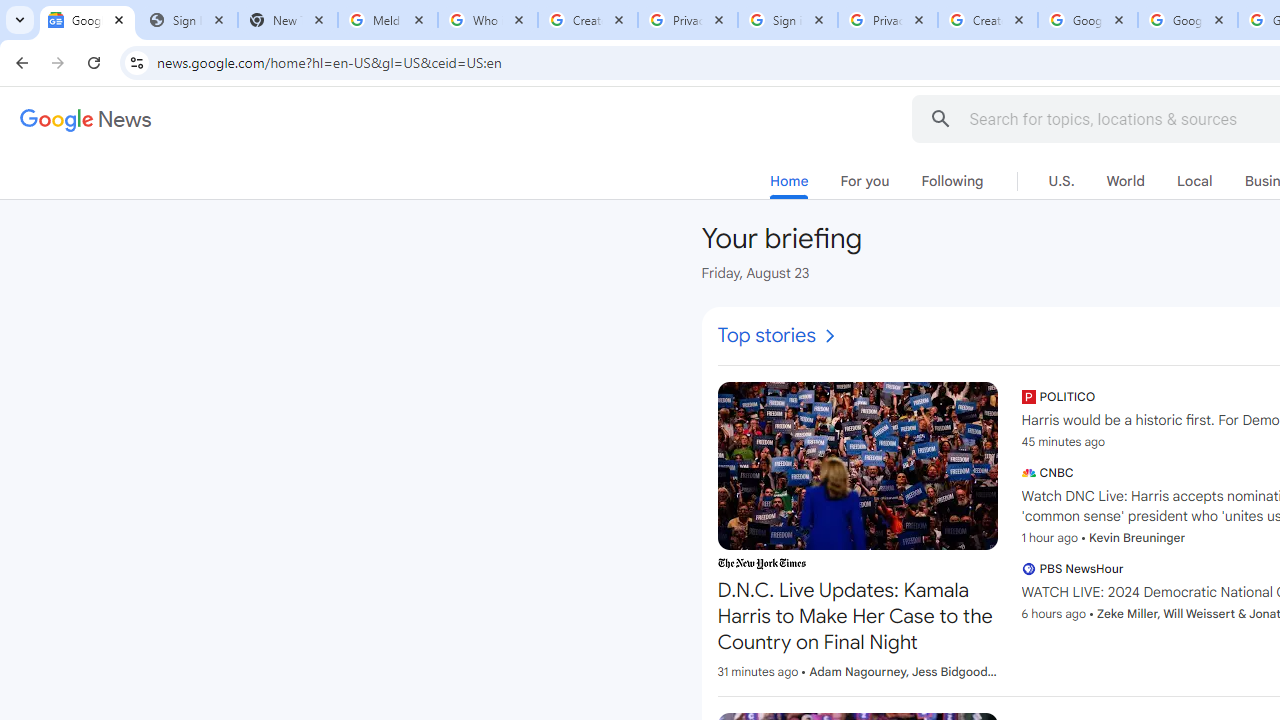 The image size is (1280, 720). Describe the element at coordinates (487, 20) in the screenshot. I see `'Who is my administrator? - Google Account Help'` at that location.